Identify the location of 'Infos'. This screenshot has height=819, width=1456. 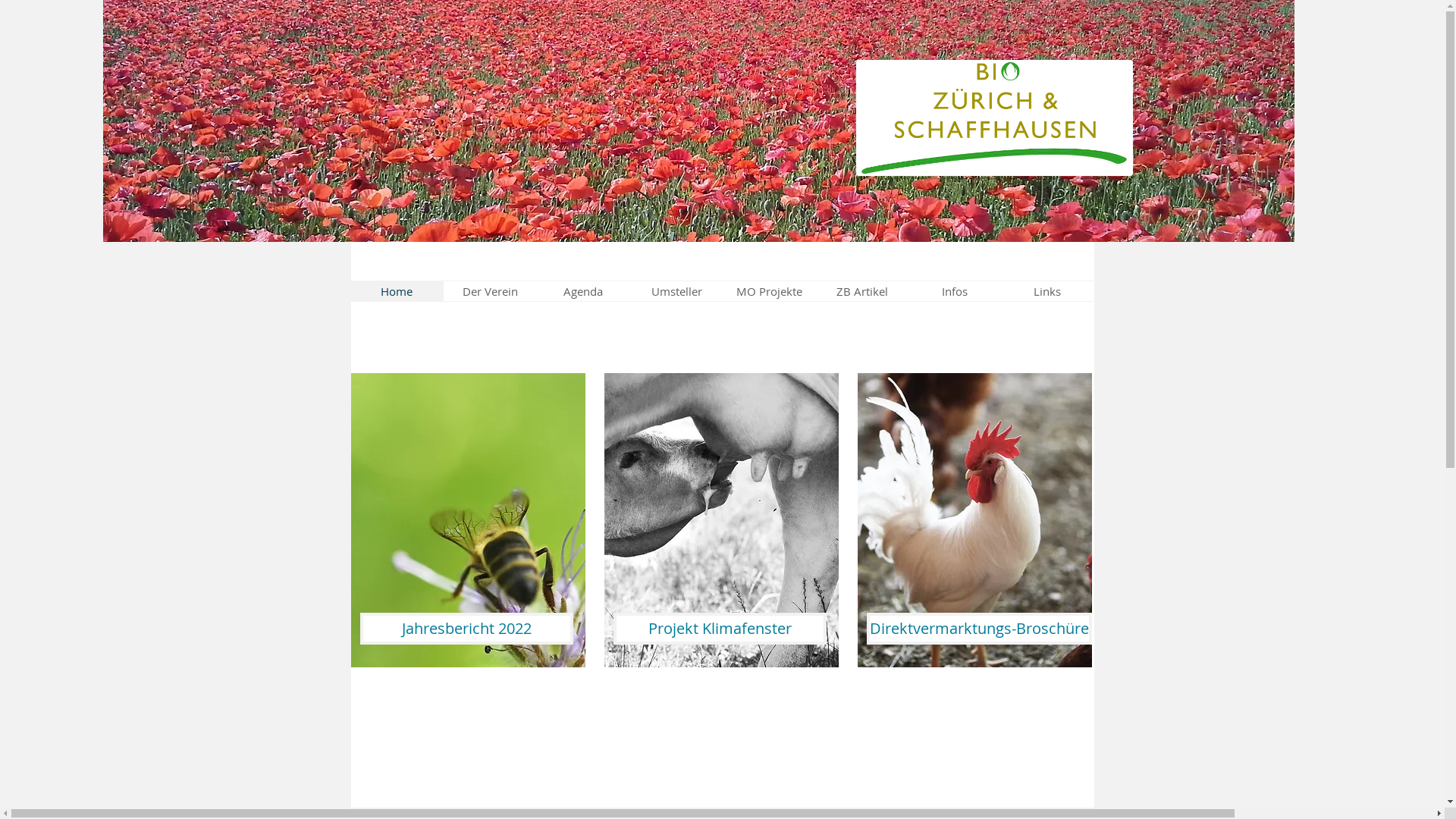
(953, 291).